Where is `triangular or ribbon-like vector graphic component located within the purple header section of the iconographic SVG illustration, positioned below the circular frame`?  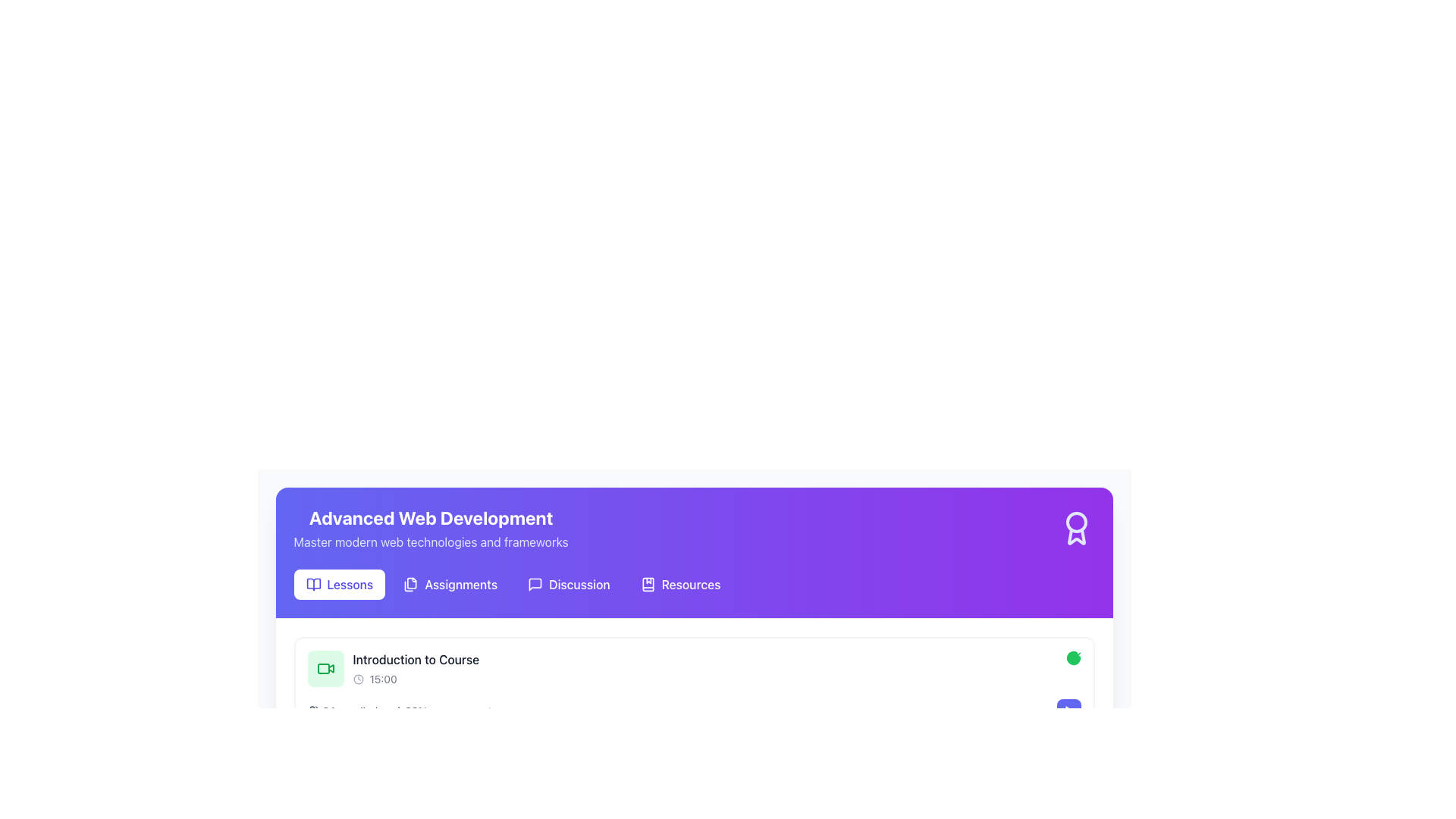
triangular or ribbon-like vector graphic component located within the purple header section of the iconographic SVG illustration, positioned below the circular frame is located at coordinates (1075, 535).